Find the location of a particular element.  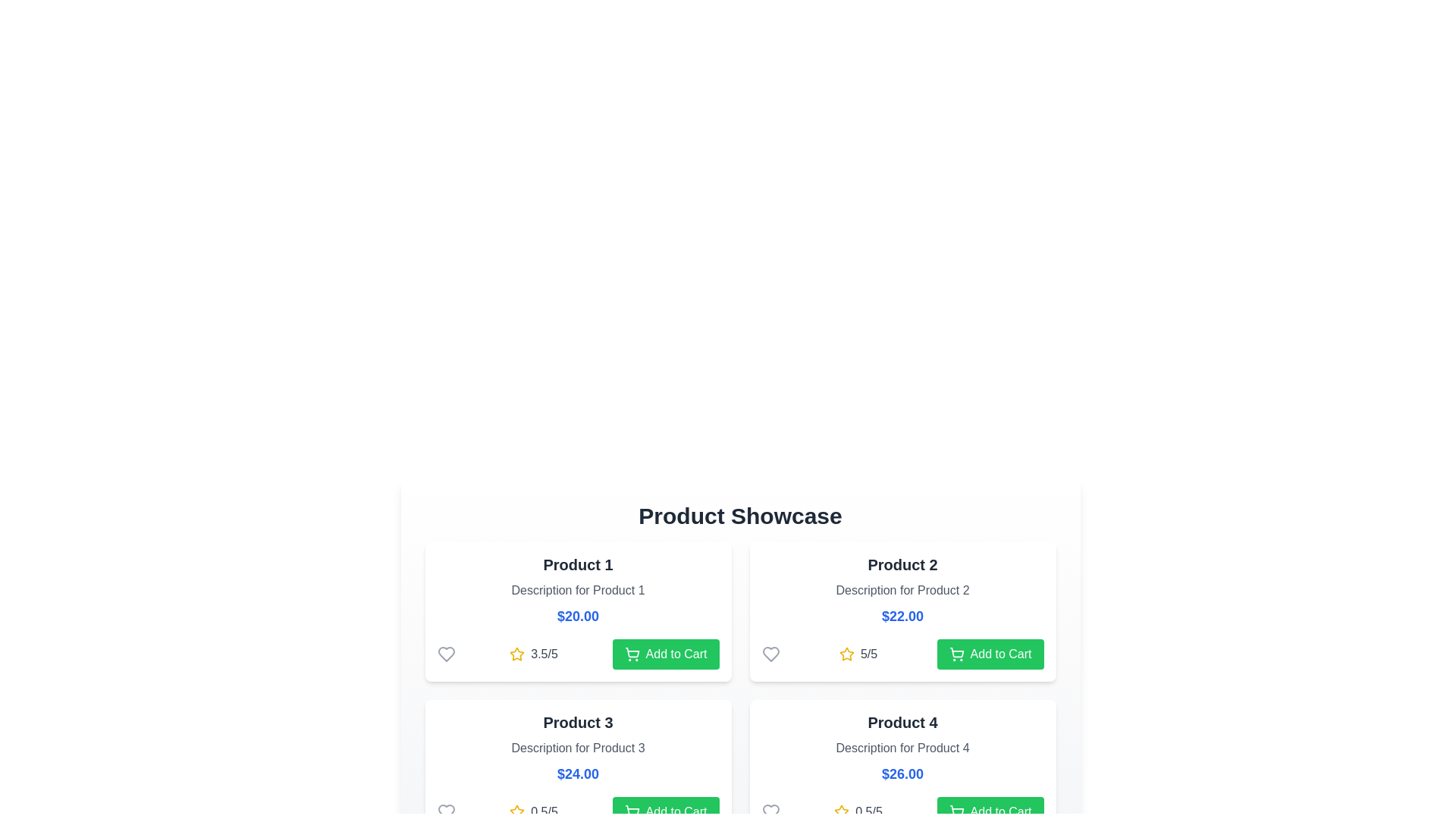

the graphic icon representing the action of adding an item to the shopping cart, located within the 'Add to Cart' button for 'Product 4' in the bottom-right corner of the product card is located at coordinates (955, 809).